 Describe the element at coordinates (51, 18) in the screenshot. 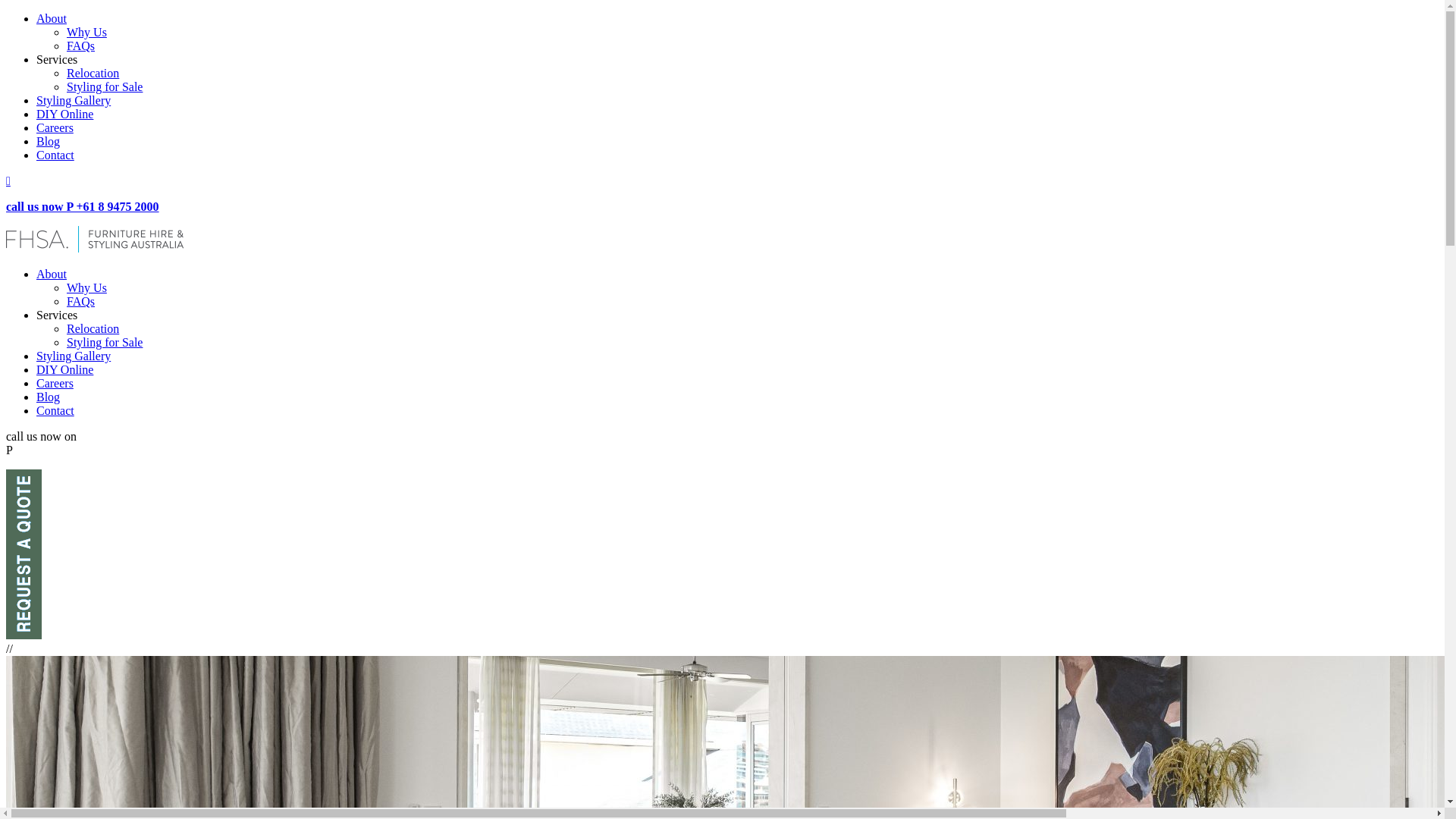

I see `'About'` at that location.